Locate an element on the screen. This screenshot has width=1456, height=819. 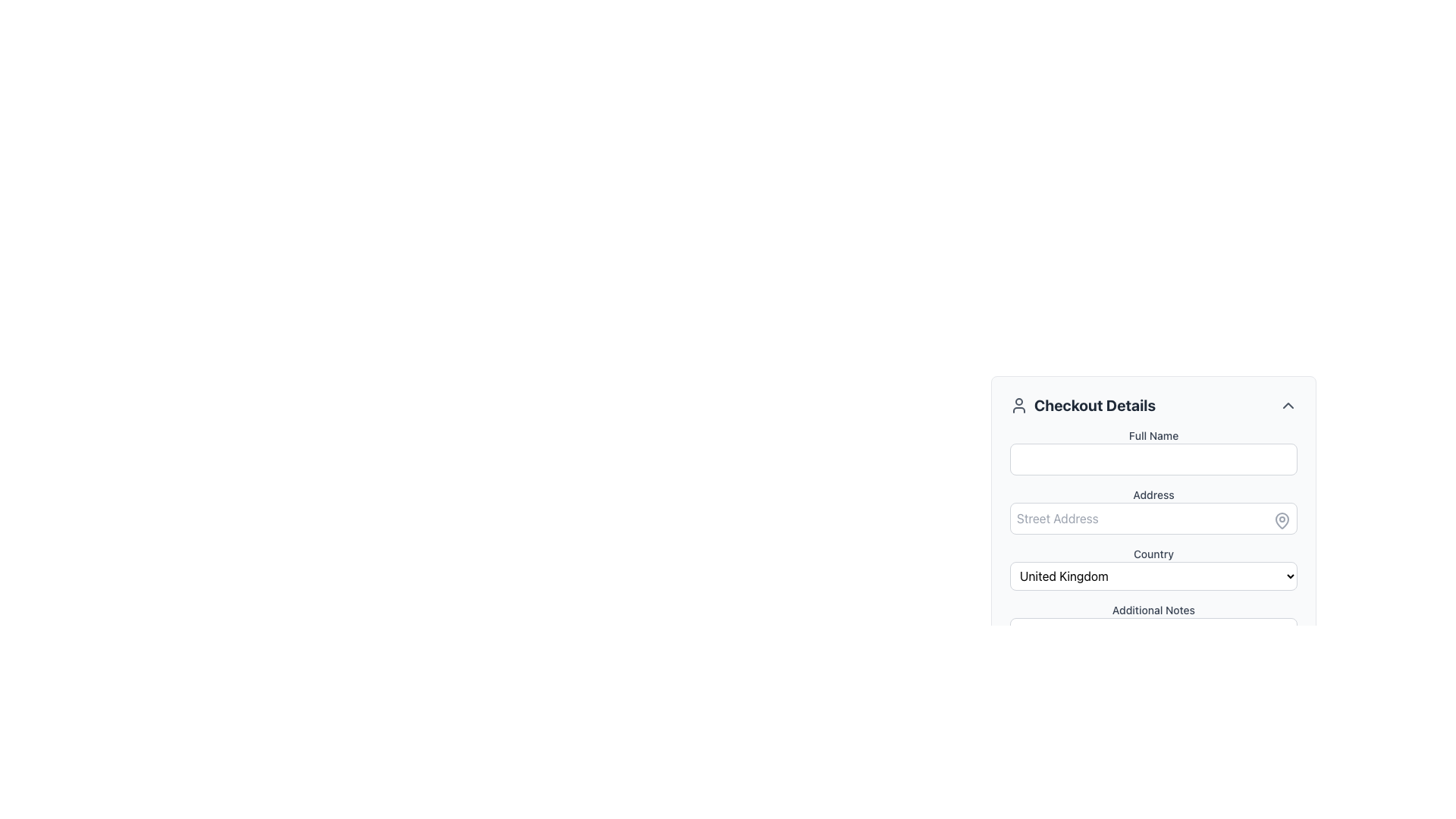
the down arrow of the country selection dropdown menu is located at coordinates (1153, 568).